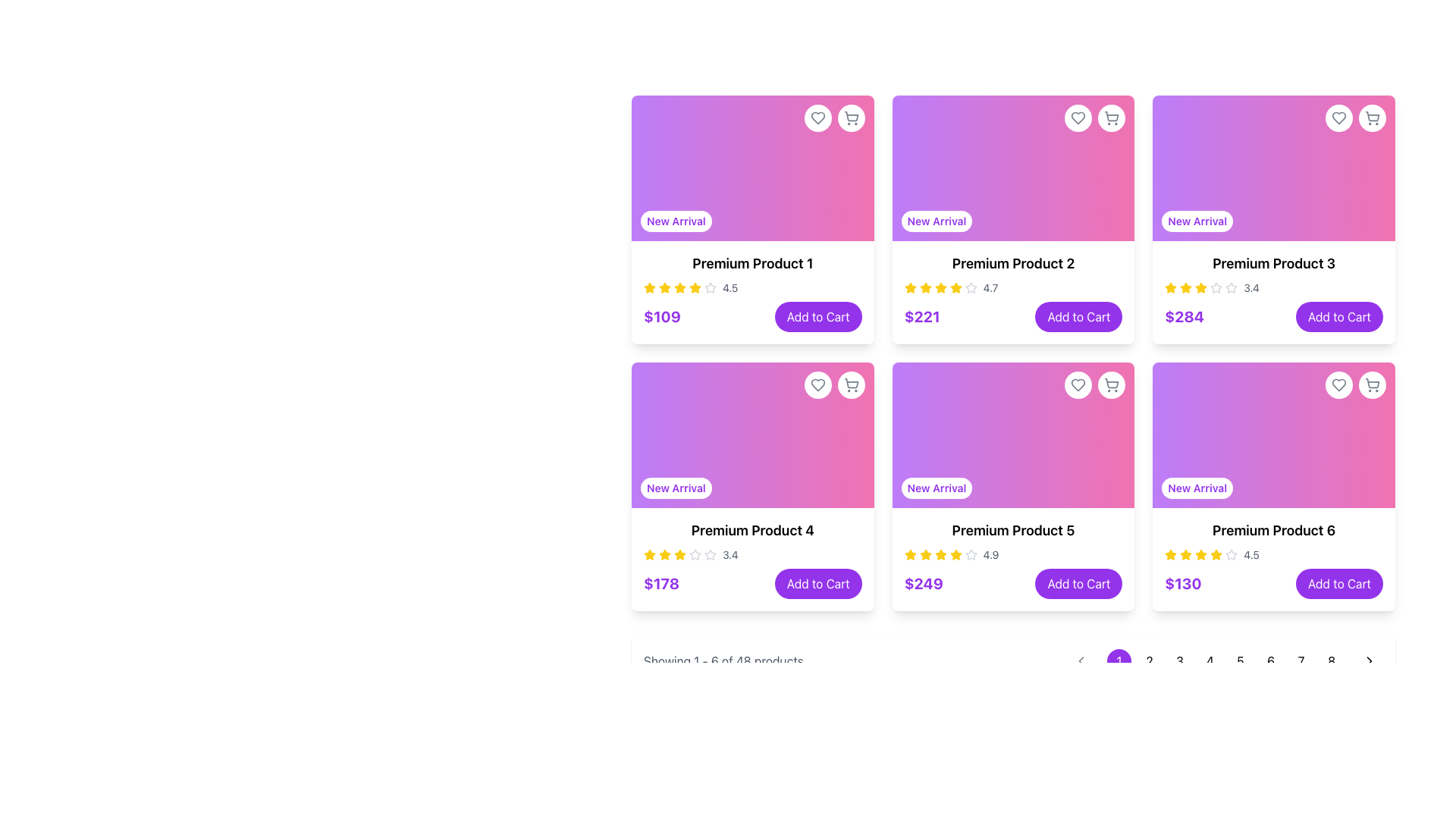 This screenshot has height=819, width=1456. I want to click on the unfilled gray star icon, which is the sixth star from the left in the rating system for 'Premium Product 2' with a rating text of '4.7', so click(971, 288).